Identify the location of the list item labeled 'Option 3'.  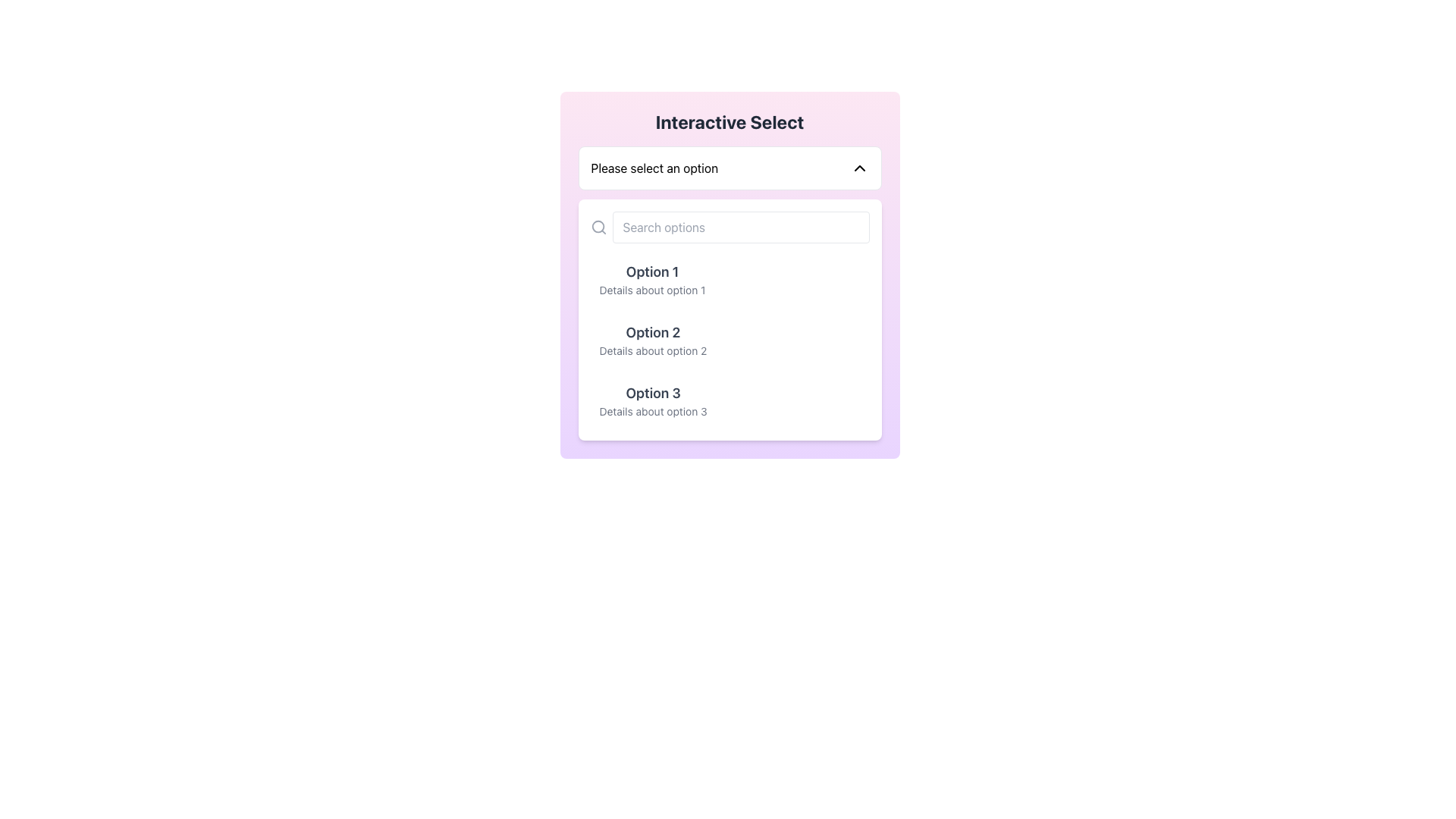
(730, 400).